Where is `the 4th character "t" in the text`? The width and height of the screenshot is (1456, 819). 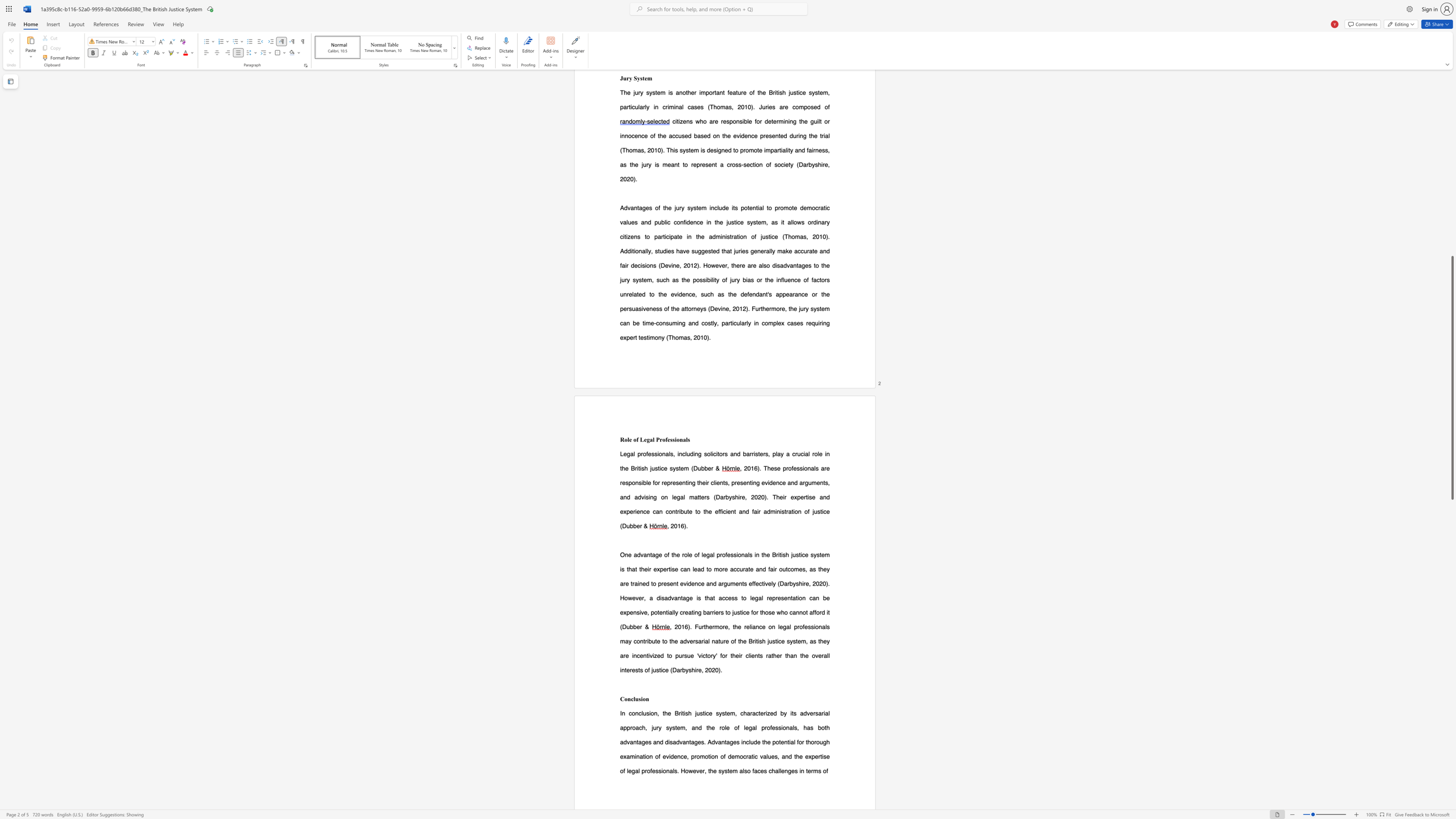
the 4th character "t" in the text is located at coordinates (651, 583).